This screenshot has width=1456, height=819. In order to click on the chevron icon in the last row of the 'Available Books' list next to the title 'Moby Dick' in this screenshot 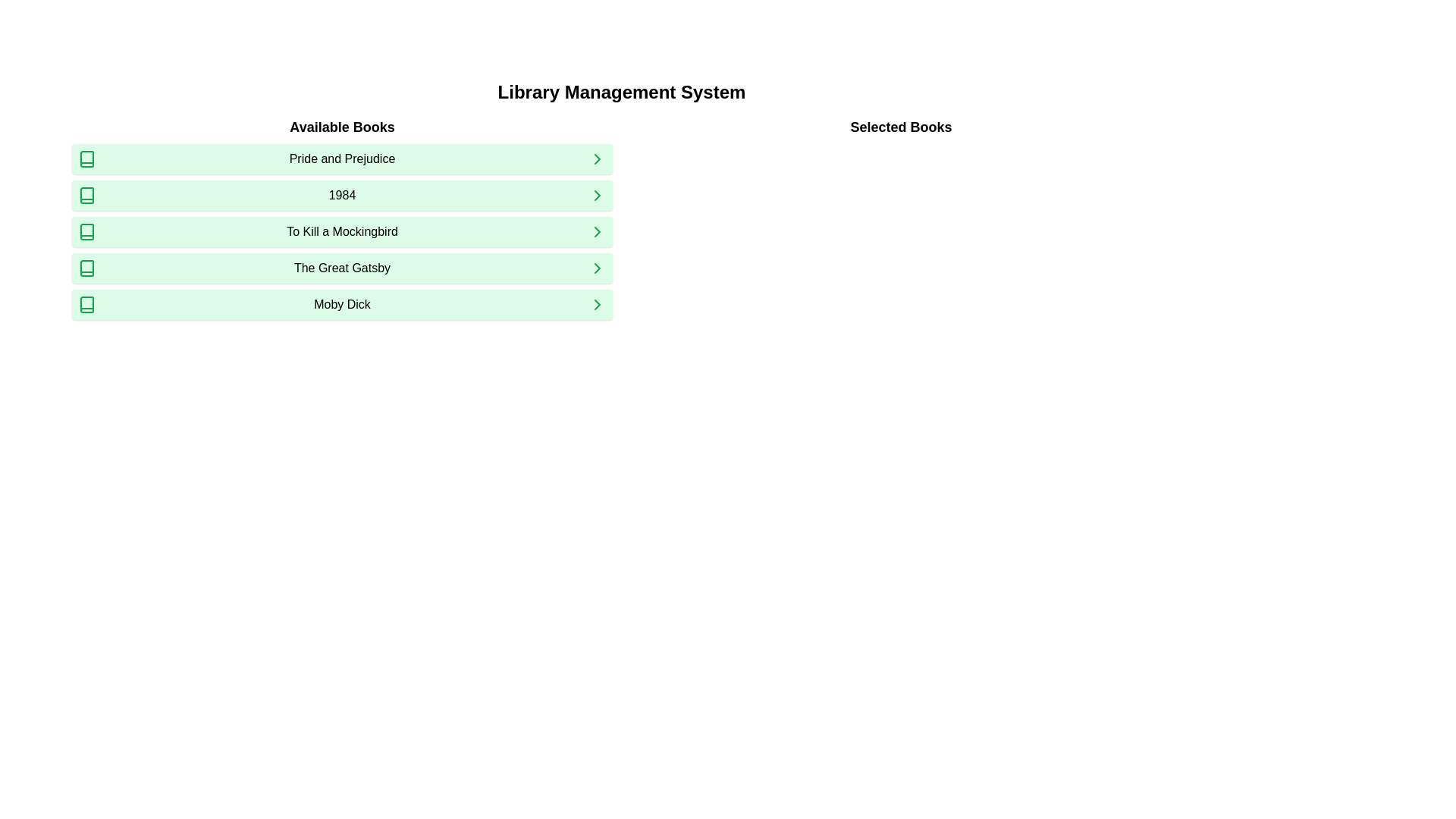, I will do `click(596, 304)`.